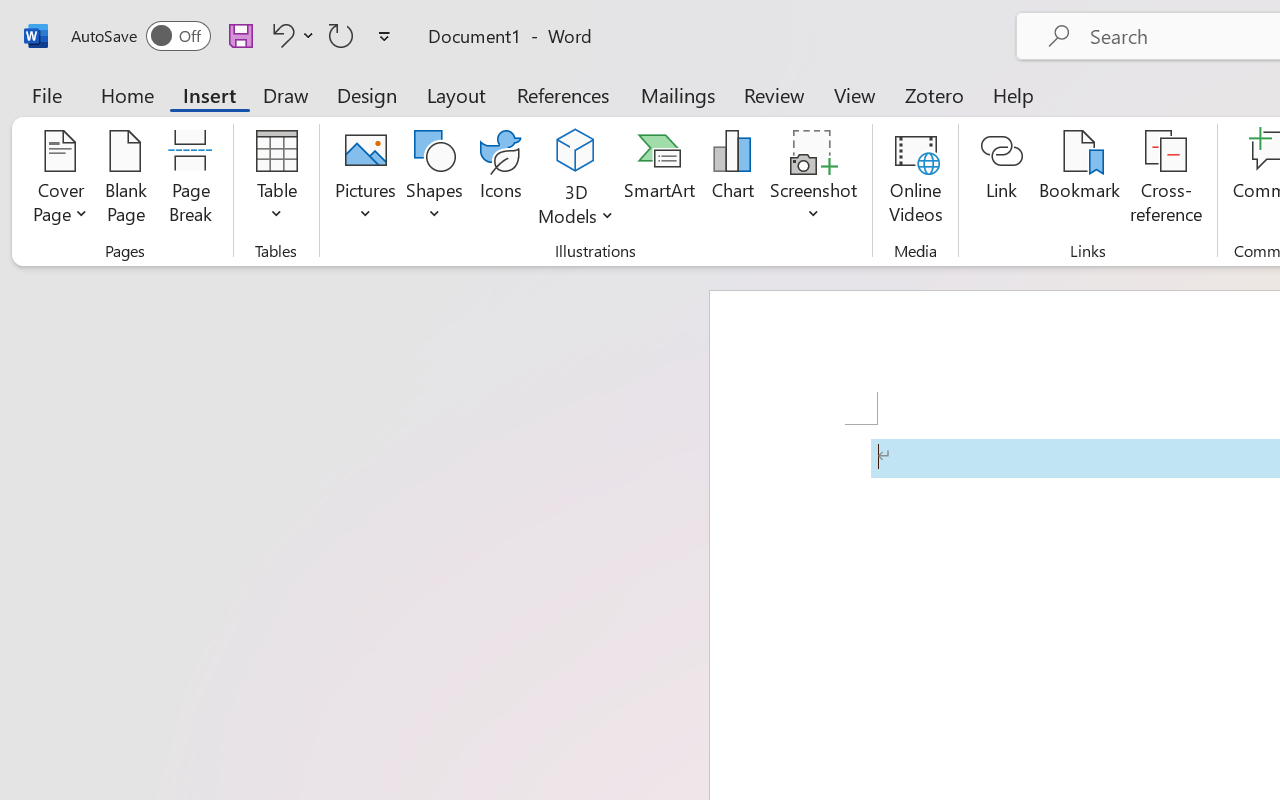 The width and height of the screenshot is (1280, 800). Describe the element at coordinates (276, 179) in the screenshot. I see `'Table'` at that location.